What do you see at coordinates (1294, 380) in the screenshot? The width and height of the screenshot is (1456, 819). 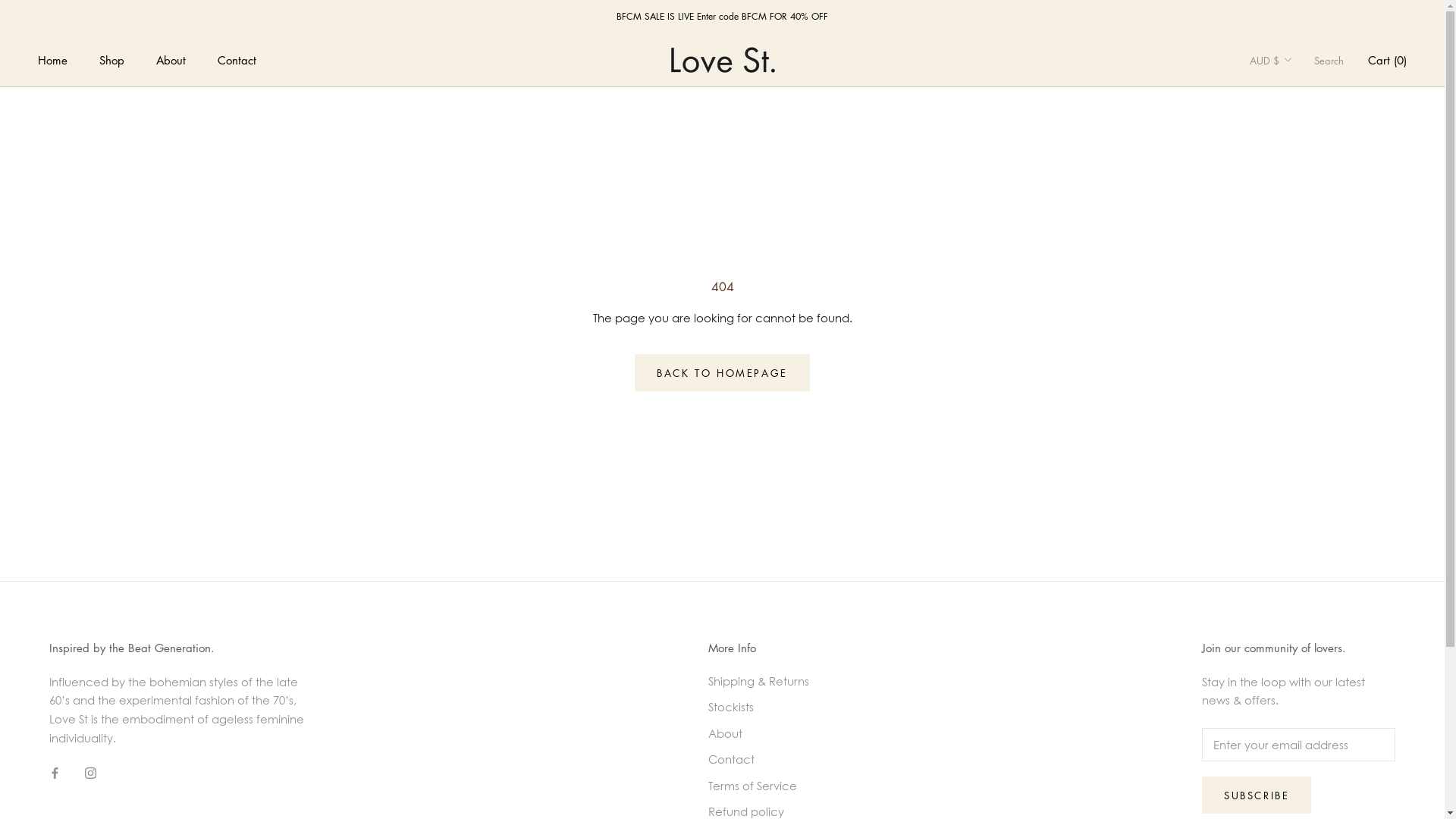 I see `'BIF'` at bounding box center [1294, 380].